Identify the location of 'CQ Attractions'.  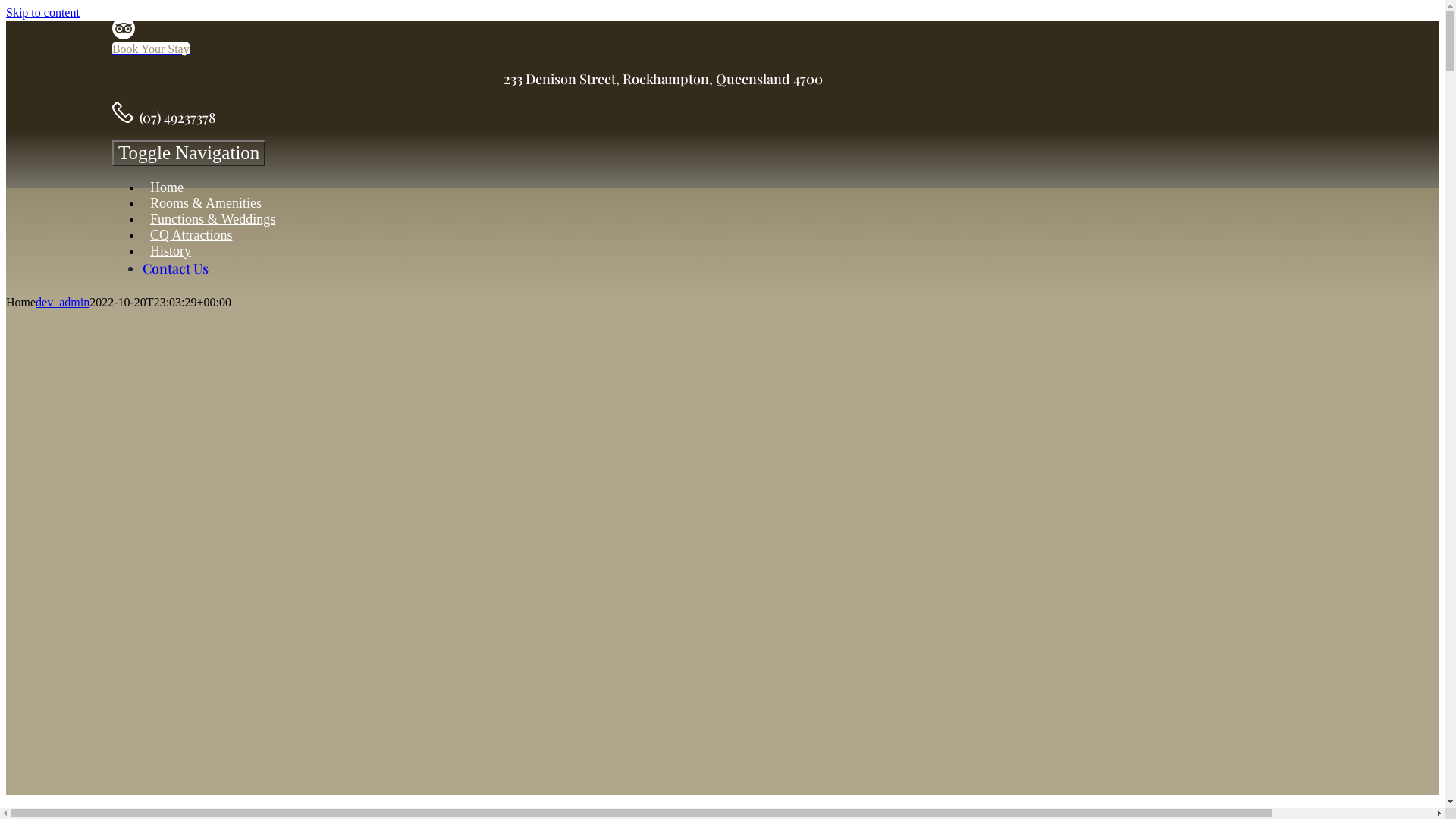
(142, 234).